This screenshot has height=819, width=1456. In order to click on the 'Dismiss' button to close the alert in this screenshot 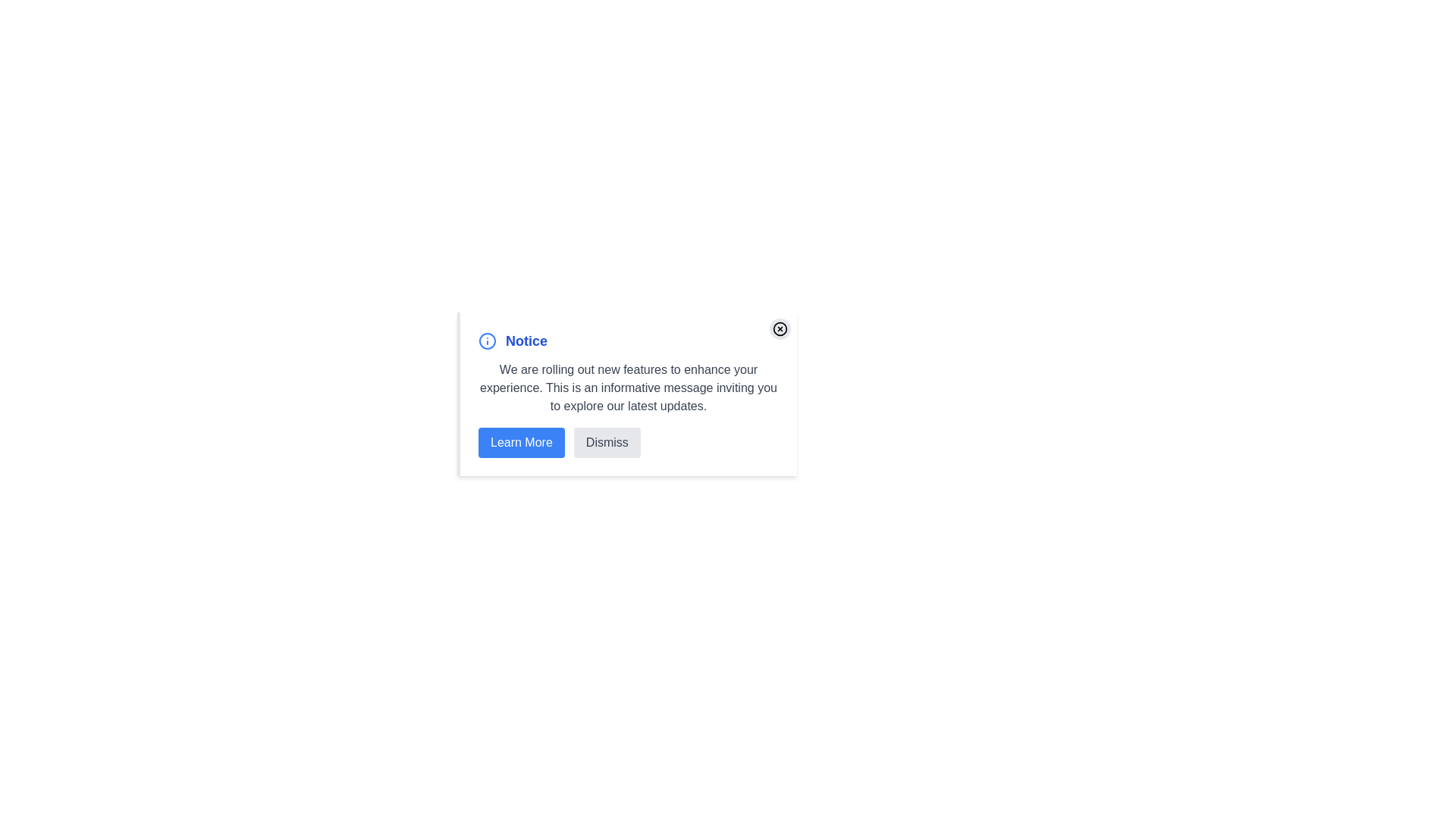, I will do `click(607, 442)`.